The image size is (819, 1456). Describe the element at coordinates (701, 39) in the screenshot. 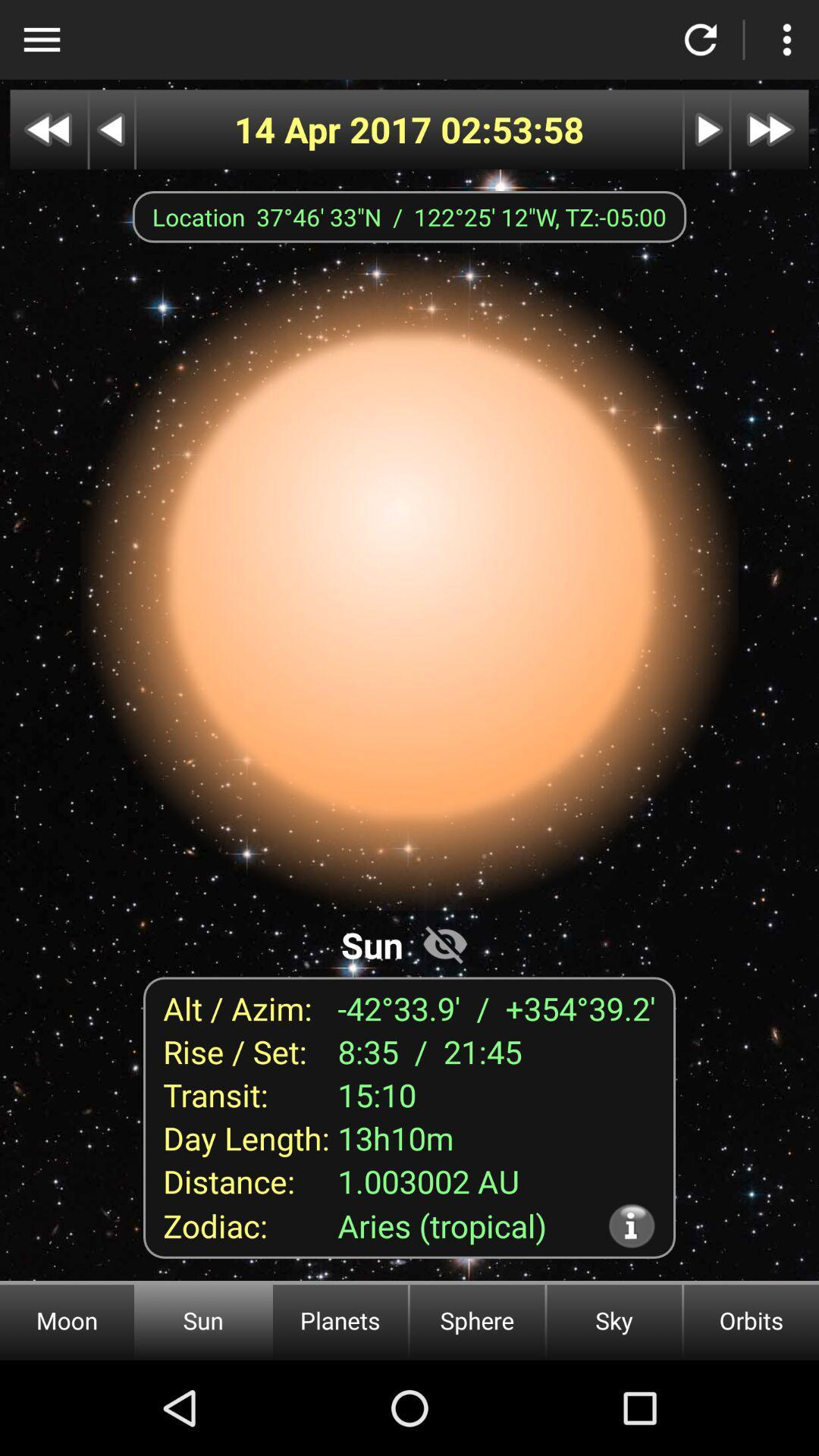

I see `the refresh icon` at that location.